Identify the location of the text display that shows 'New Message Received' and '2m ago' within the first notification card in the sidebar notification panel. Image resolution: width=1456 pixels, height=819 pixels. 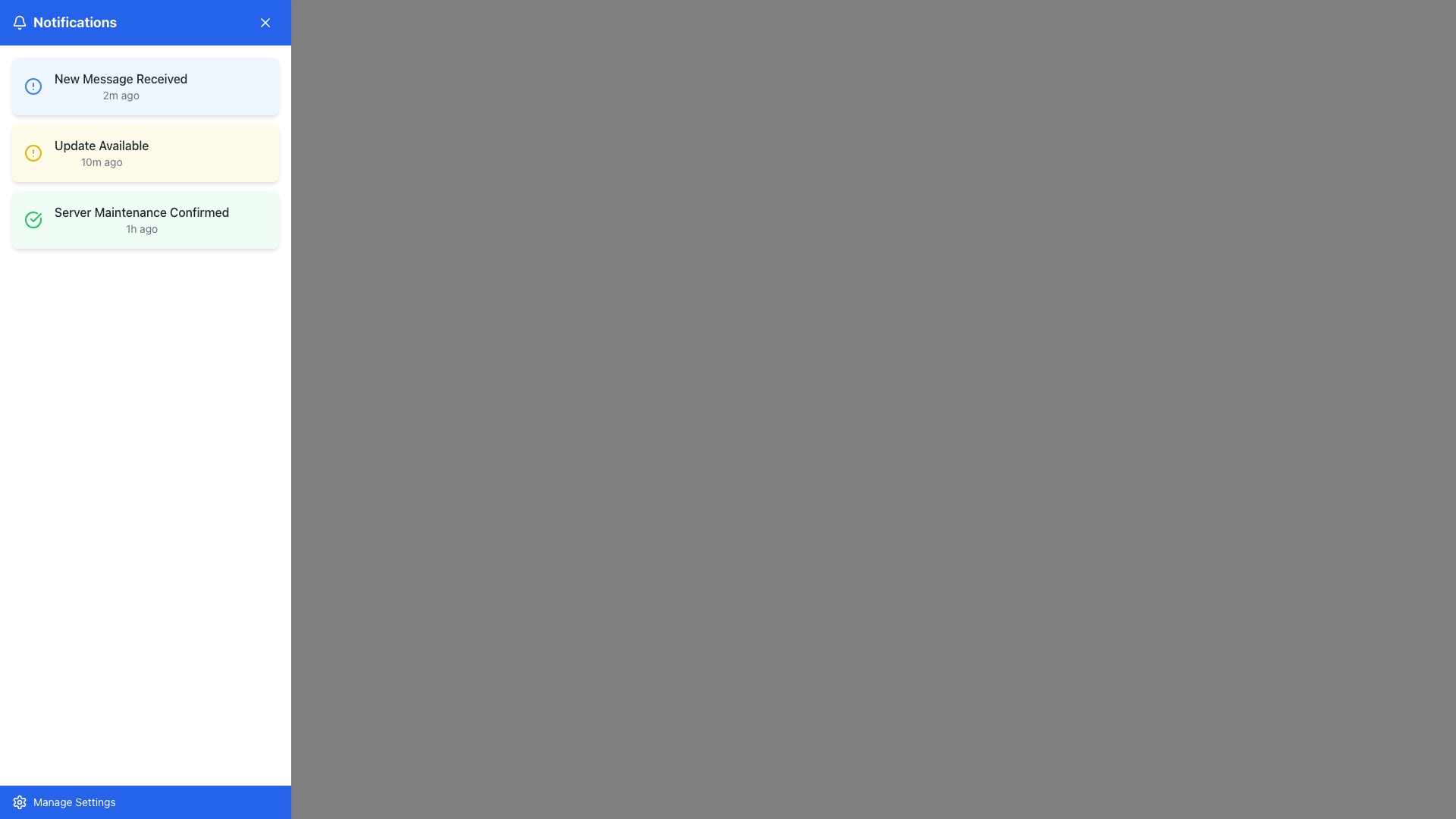
(120, 86).